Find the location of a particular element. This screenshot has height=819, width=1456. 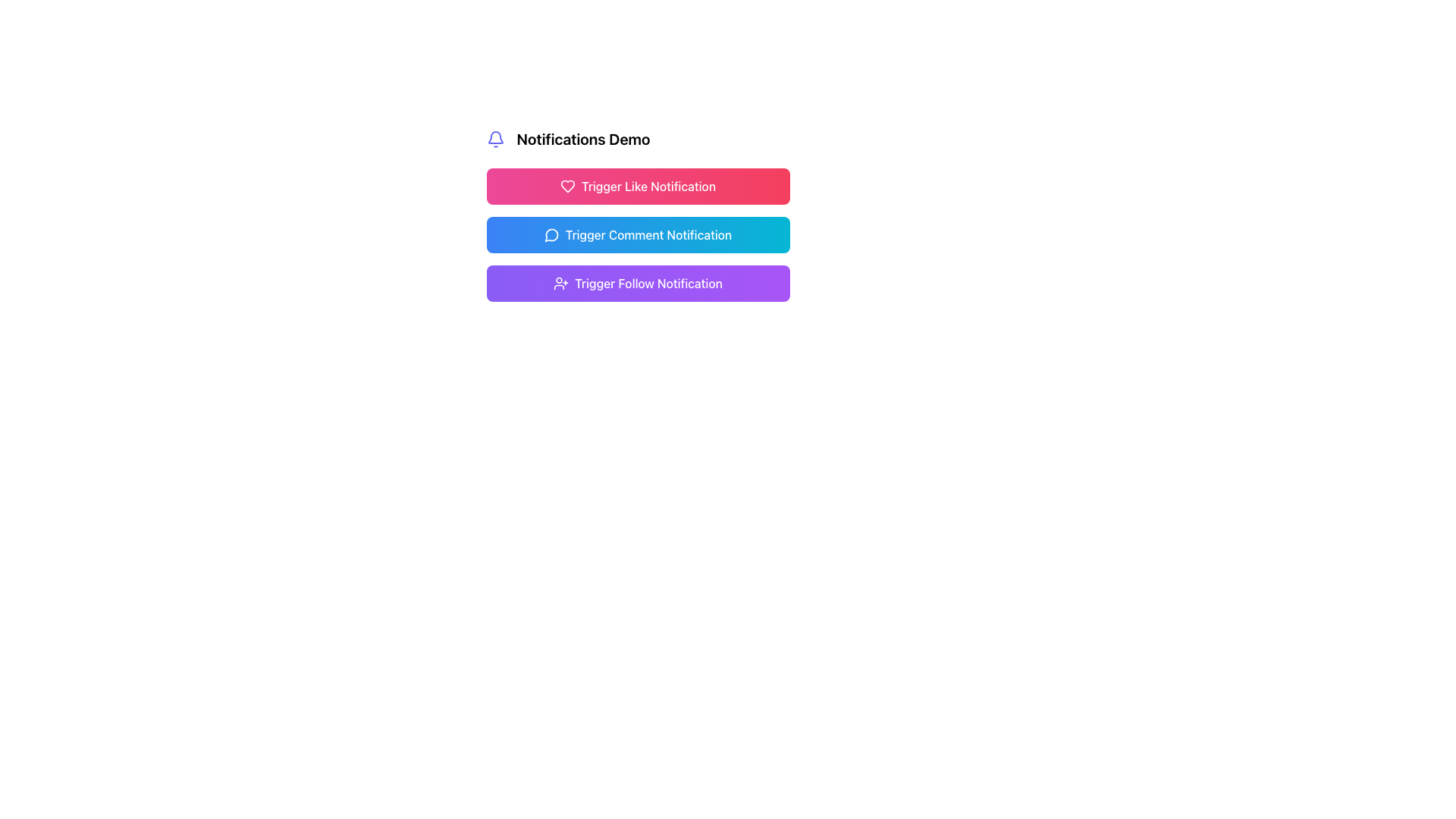

the first button in the vertical list of buttons, located to the right of the 'Notifications Demo' text and bell icon is located at coordinates (638, 186).